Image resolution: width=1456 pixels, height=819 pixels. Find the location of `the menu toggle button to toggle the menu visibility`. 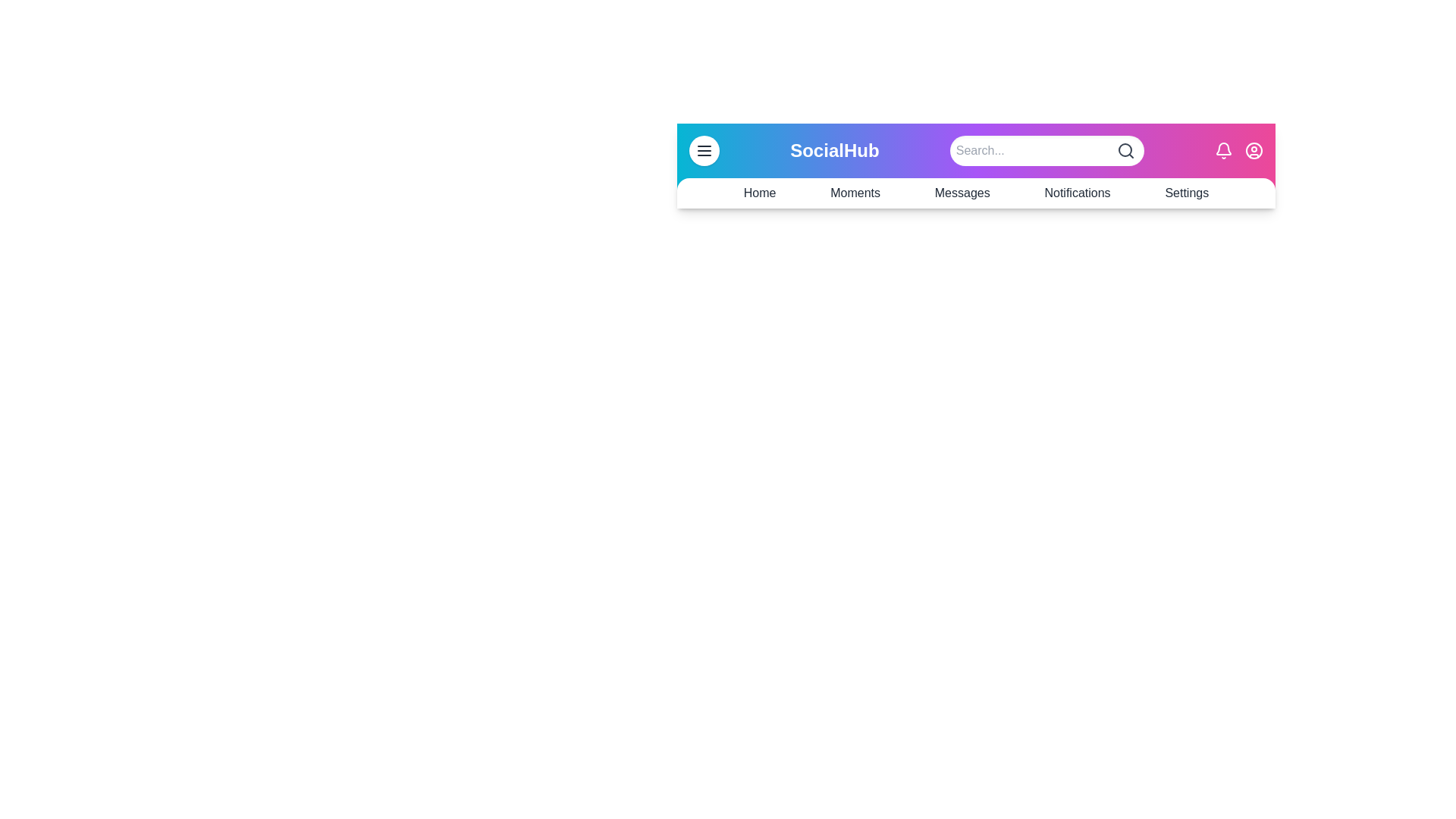

the menu toggle button to toggle the menu visibility is located at coordinates (704, 151).